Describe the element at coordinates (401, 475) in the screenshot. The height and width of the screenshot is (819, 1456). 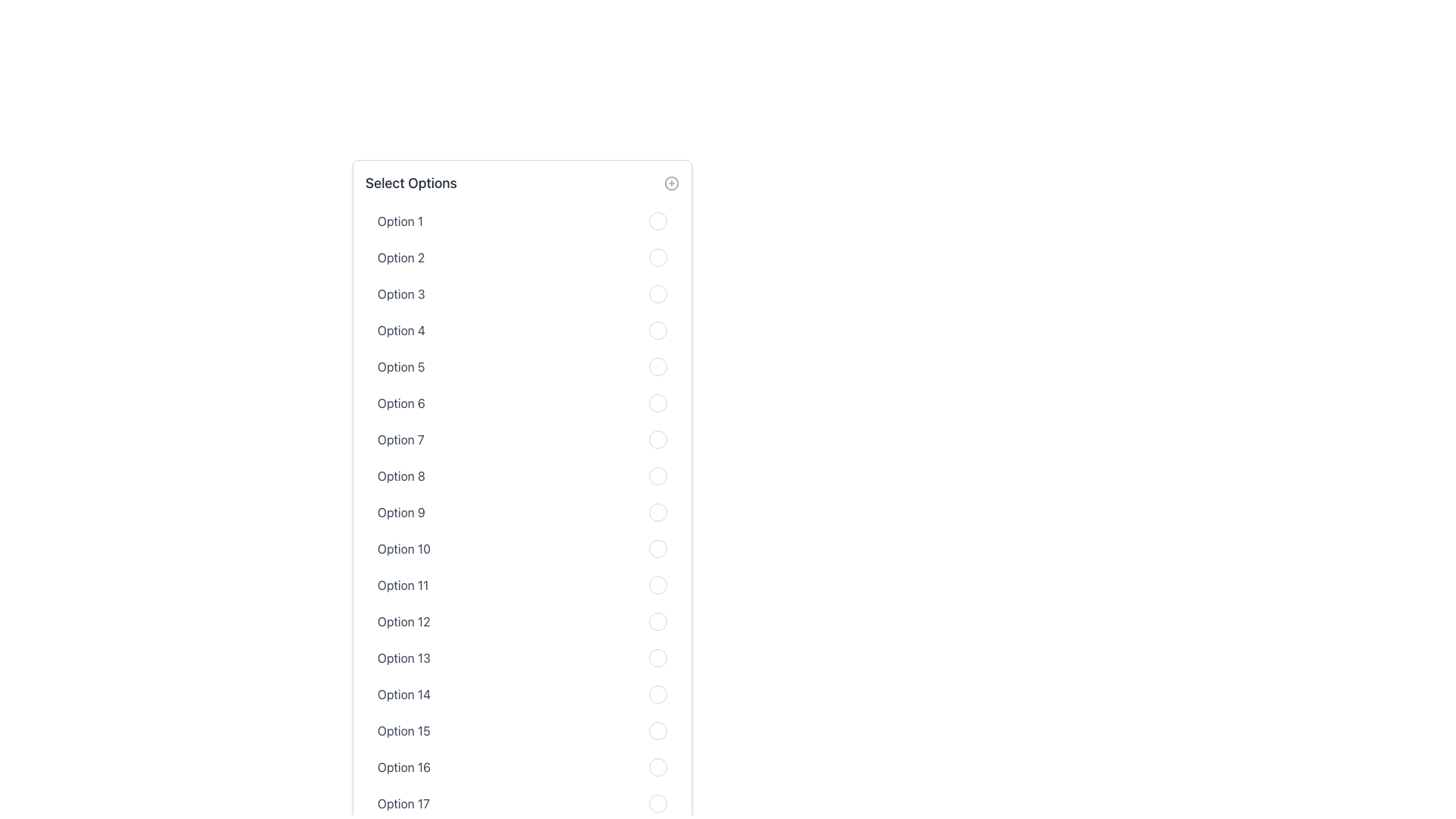
I see `the text label displaying 'Option 8'` at that location.